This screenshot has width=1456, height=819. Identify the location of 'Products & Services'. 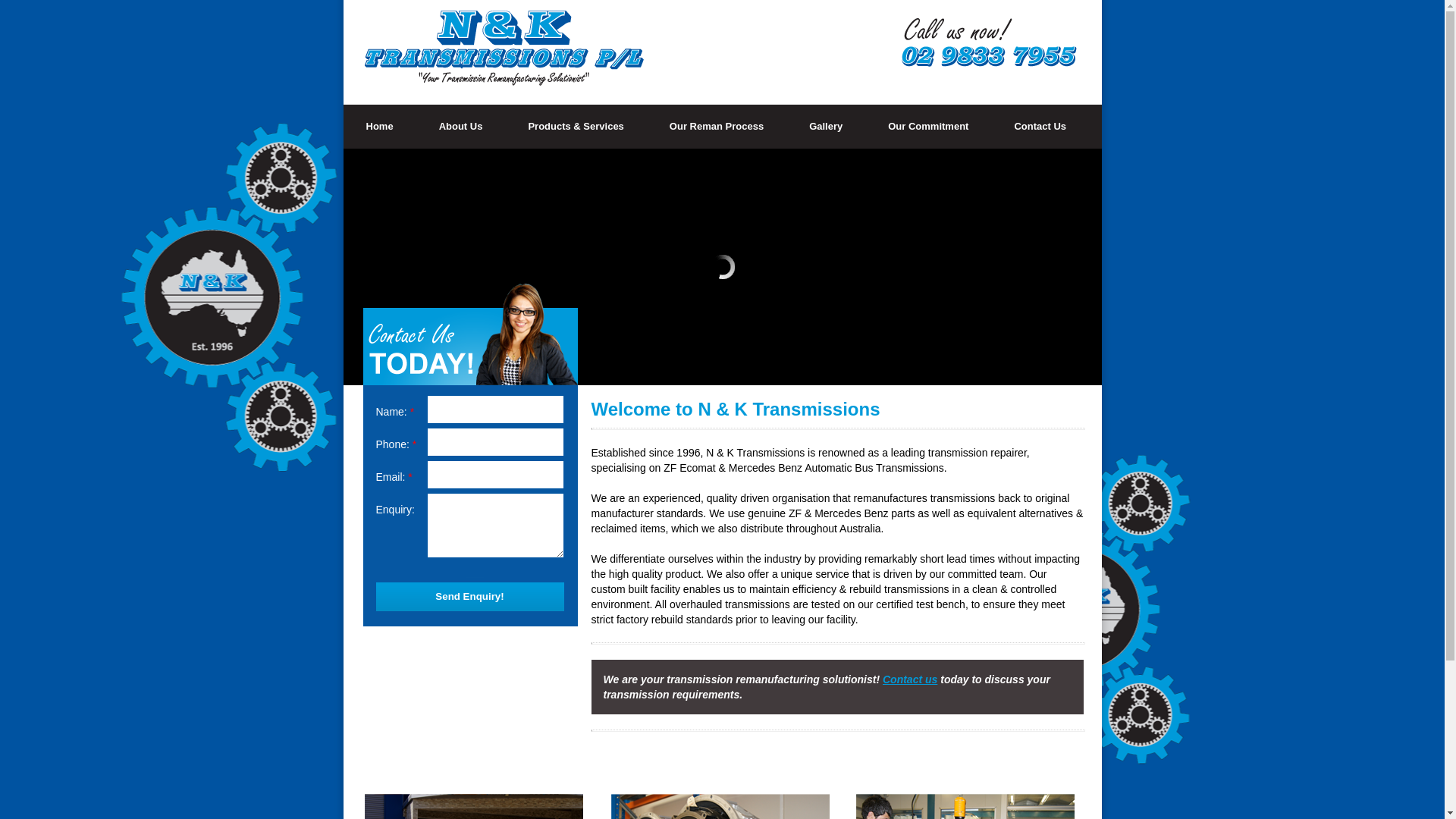
(574, 125).